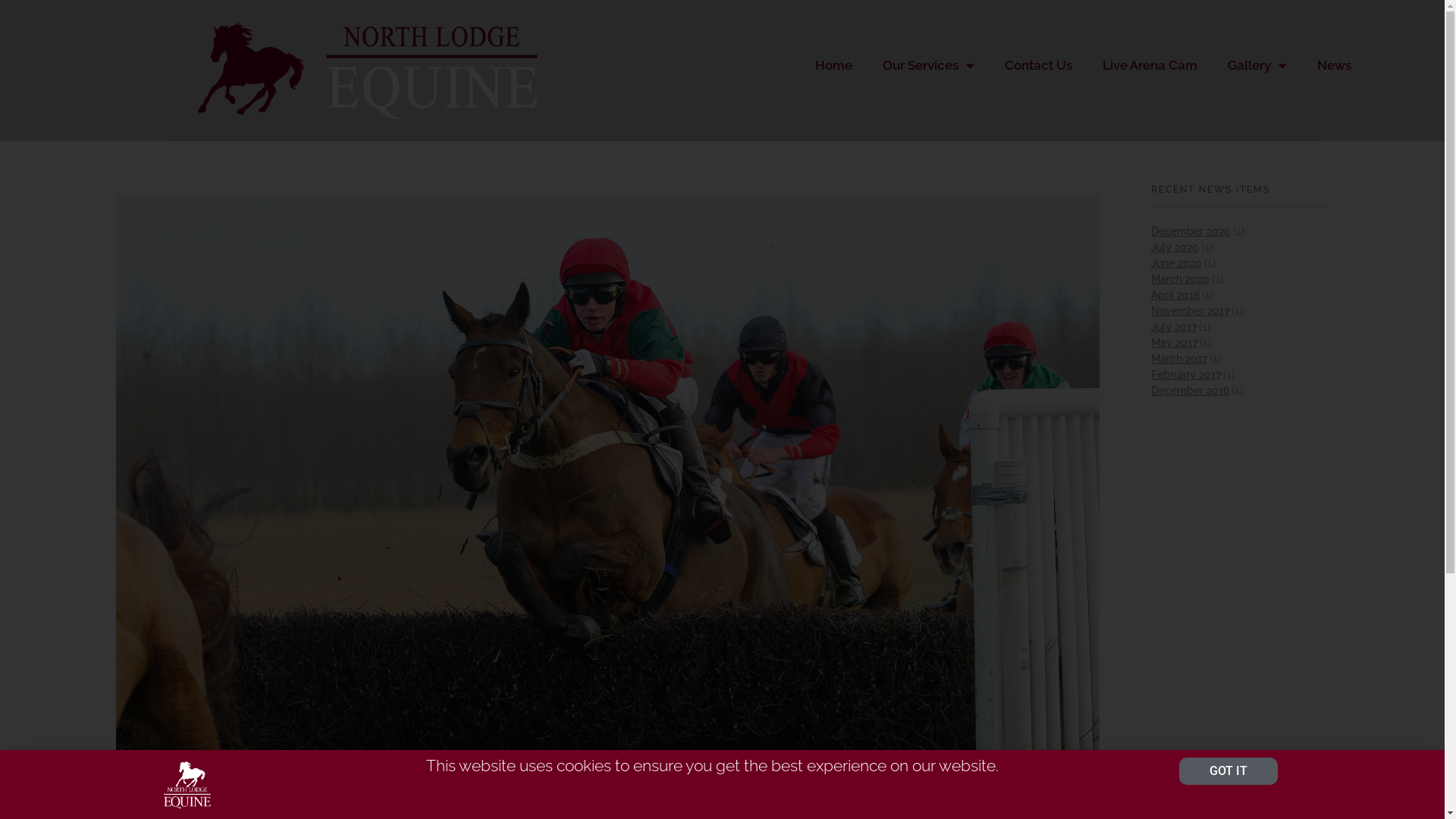 The width and height of the screenshot is (1456, 819). What do you see at coordinates (1190, 231) in the screenshot?
I see `'December 2020'` at bounding box center [1190, 231].